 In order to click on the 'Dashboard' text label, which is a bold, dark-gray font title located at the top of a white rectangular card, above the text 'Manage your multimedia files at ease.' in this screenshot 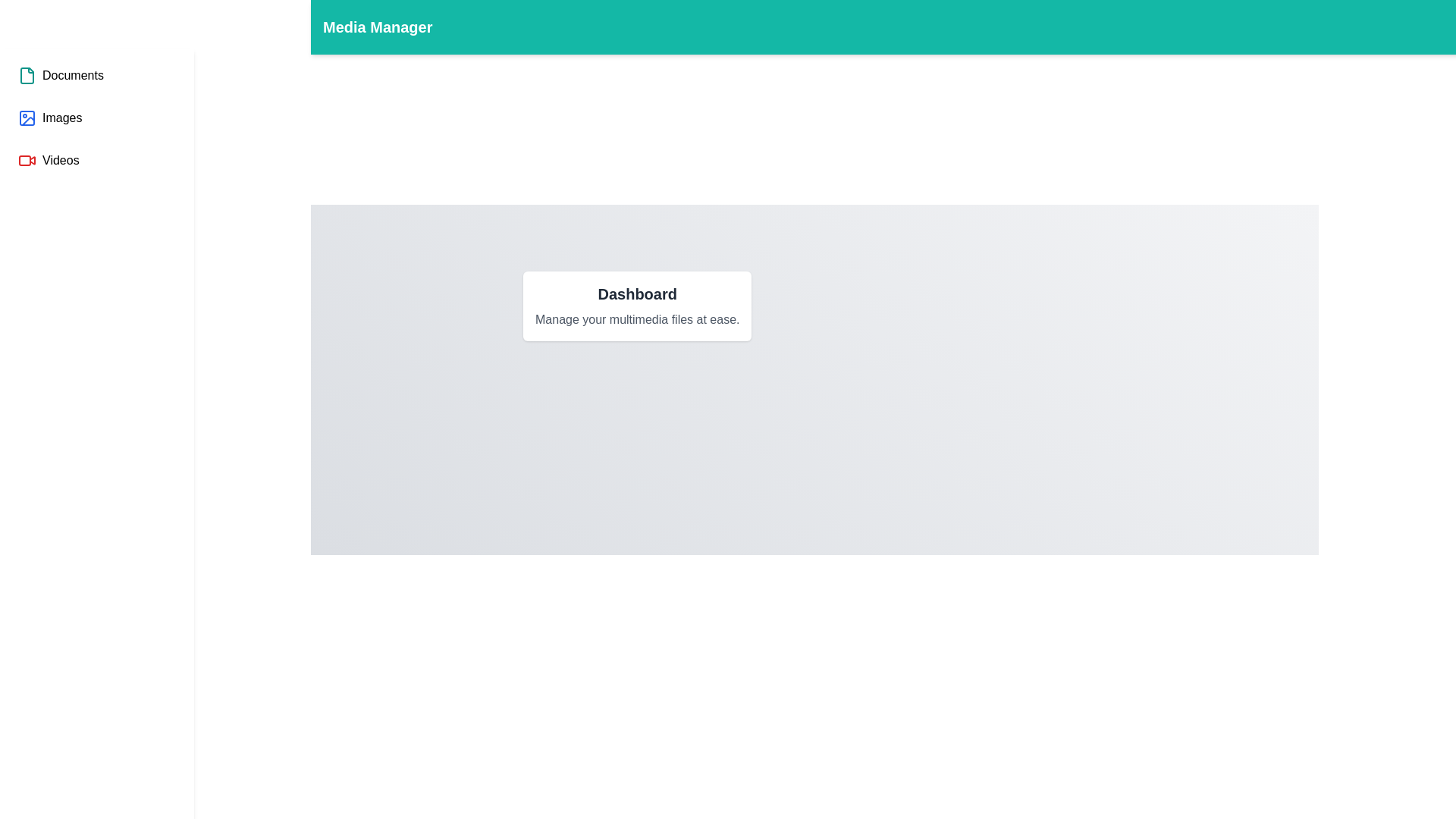, I will do `click(637, 294)`.